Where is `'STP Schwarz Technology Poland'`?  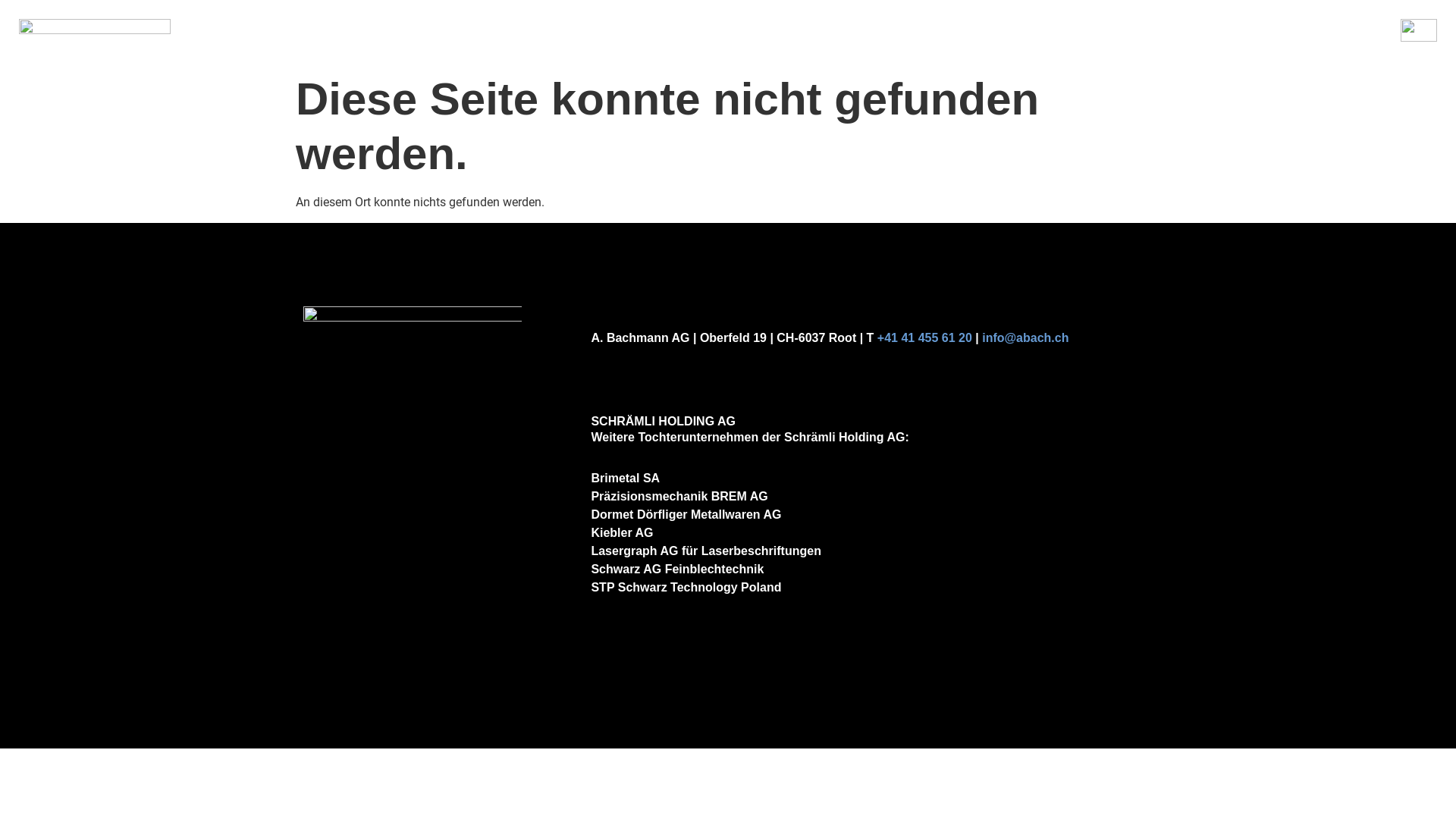 'STP Schwarz Technology Poland' is located at coordinates (685, 586).